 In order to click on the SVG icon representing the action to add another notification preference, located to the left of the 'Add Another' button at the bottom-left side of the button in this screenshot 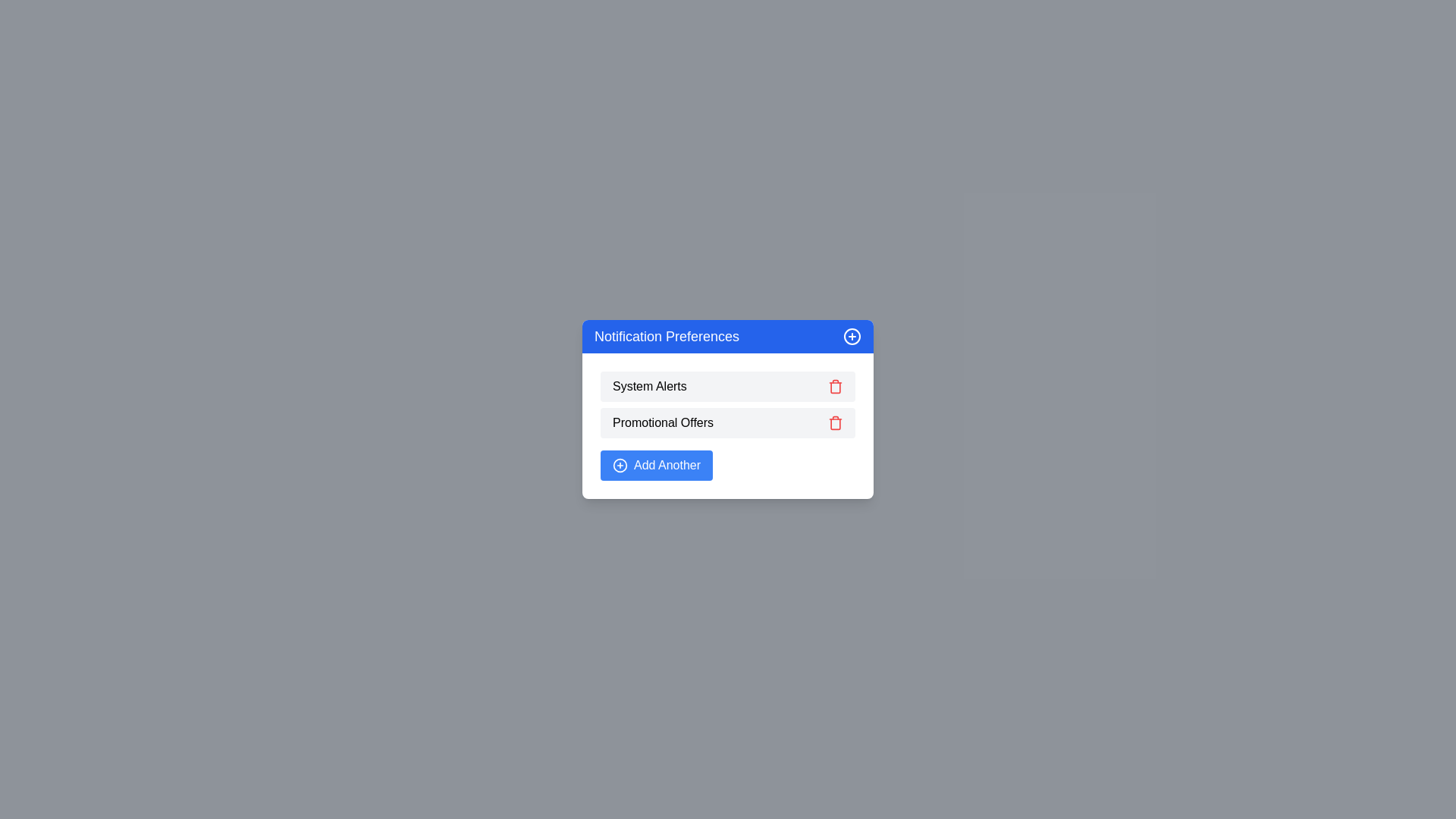, I will do `click(620, 464)`.